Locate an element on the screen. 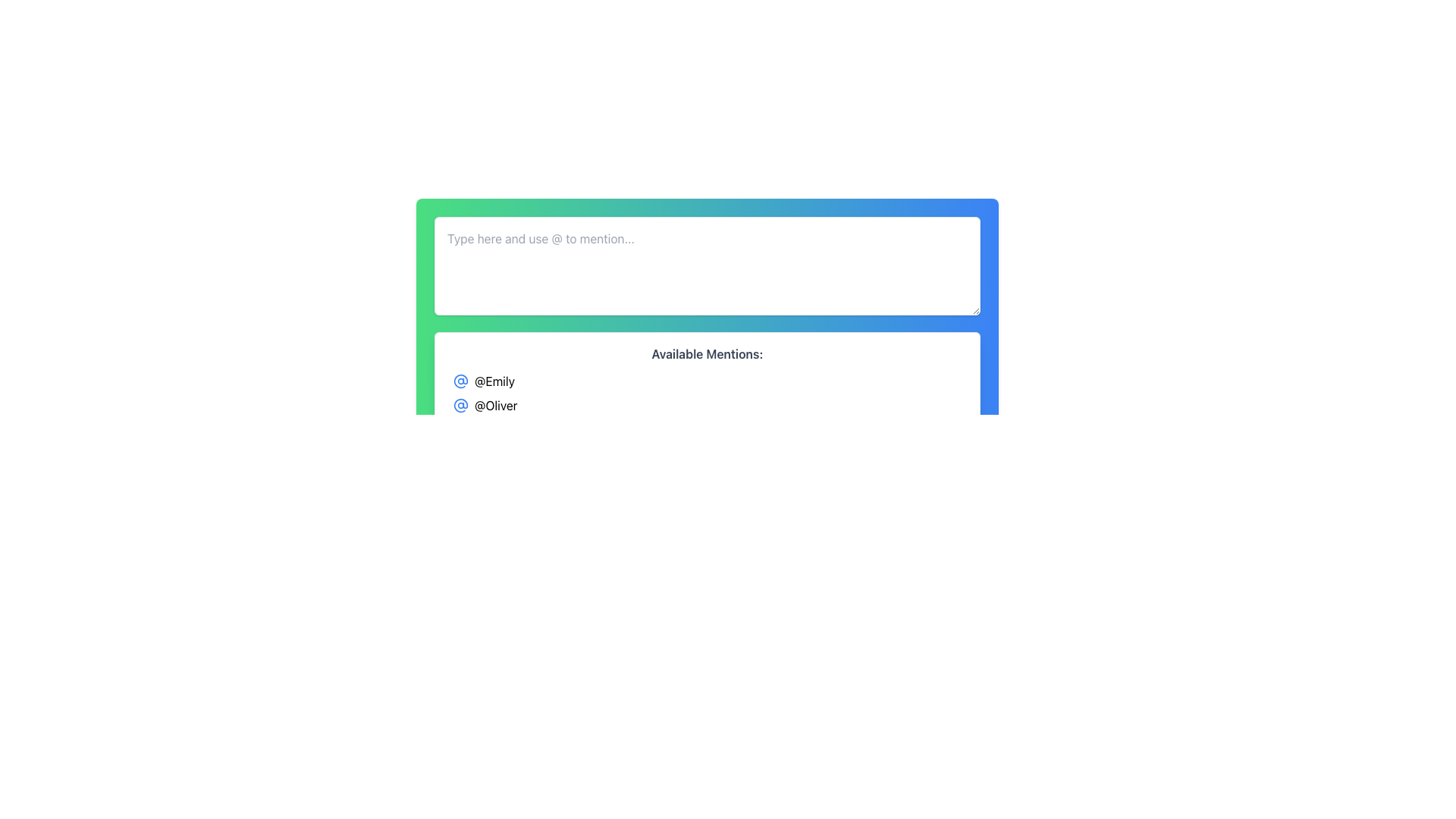  the '@Emily' mention icon located to the left of the text '@Emily' in the mention list below the text input box is located at coordinates (460, 380).